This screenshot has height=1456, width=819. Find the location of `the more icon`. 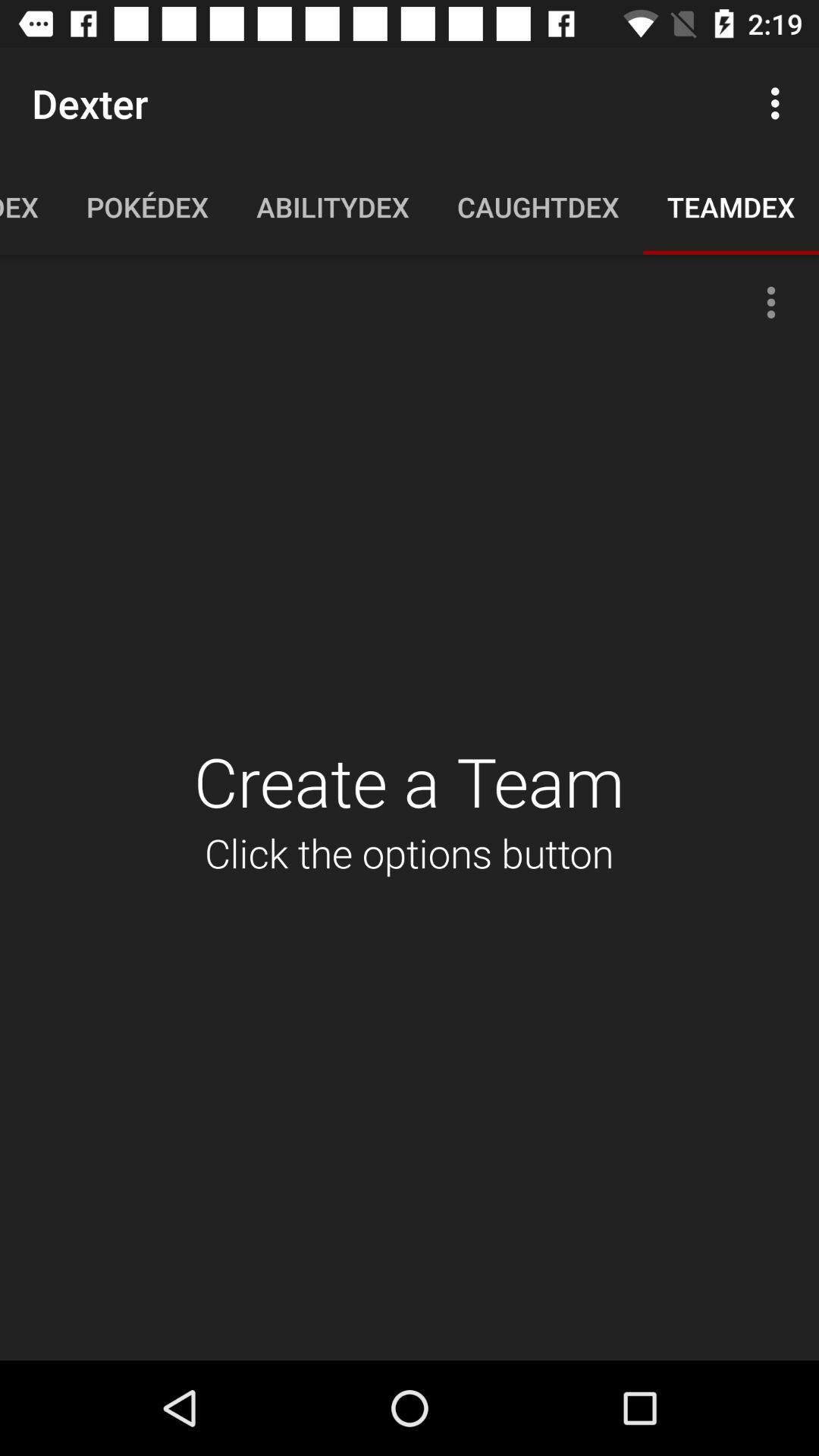

the more icon is located at coordinates (771, 302).